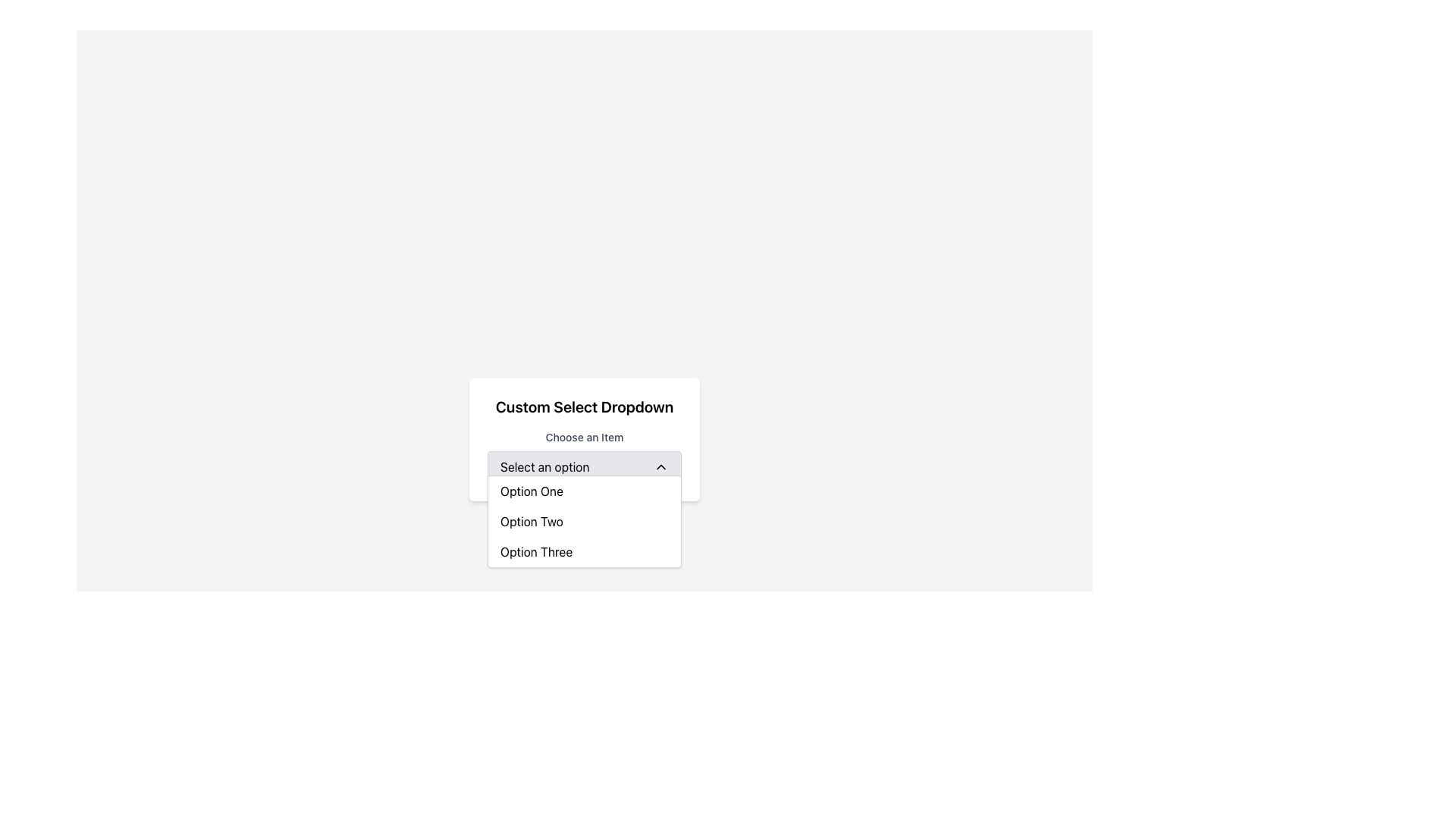  Describe the element at coordinates (532, 491) in the screenshot. I see `the 'Option One' text label in the dropdown menu` at that location.